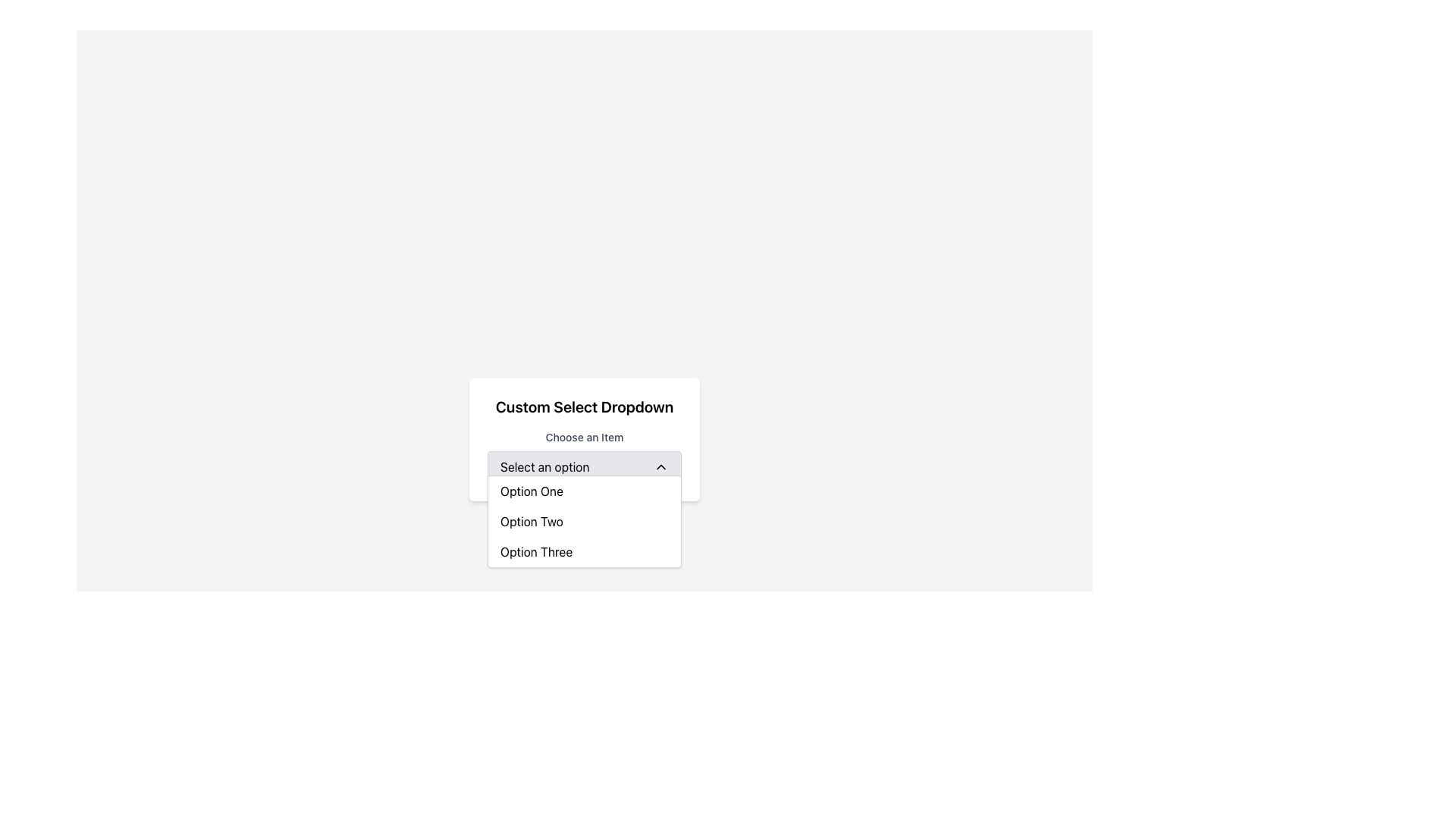  Describe the element at coordinates (532, 491) in the screenshot. I see `the 'Option One' text label in the dropdown menu` at that location.